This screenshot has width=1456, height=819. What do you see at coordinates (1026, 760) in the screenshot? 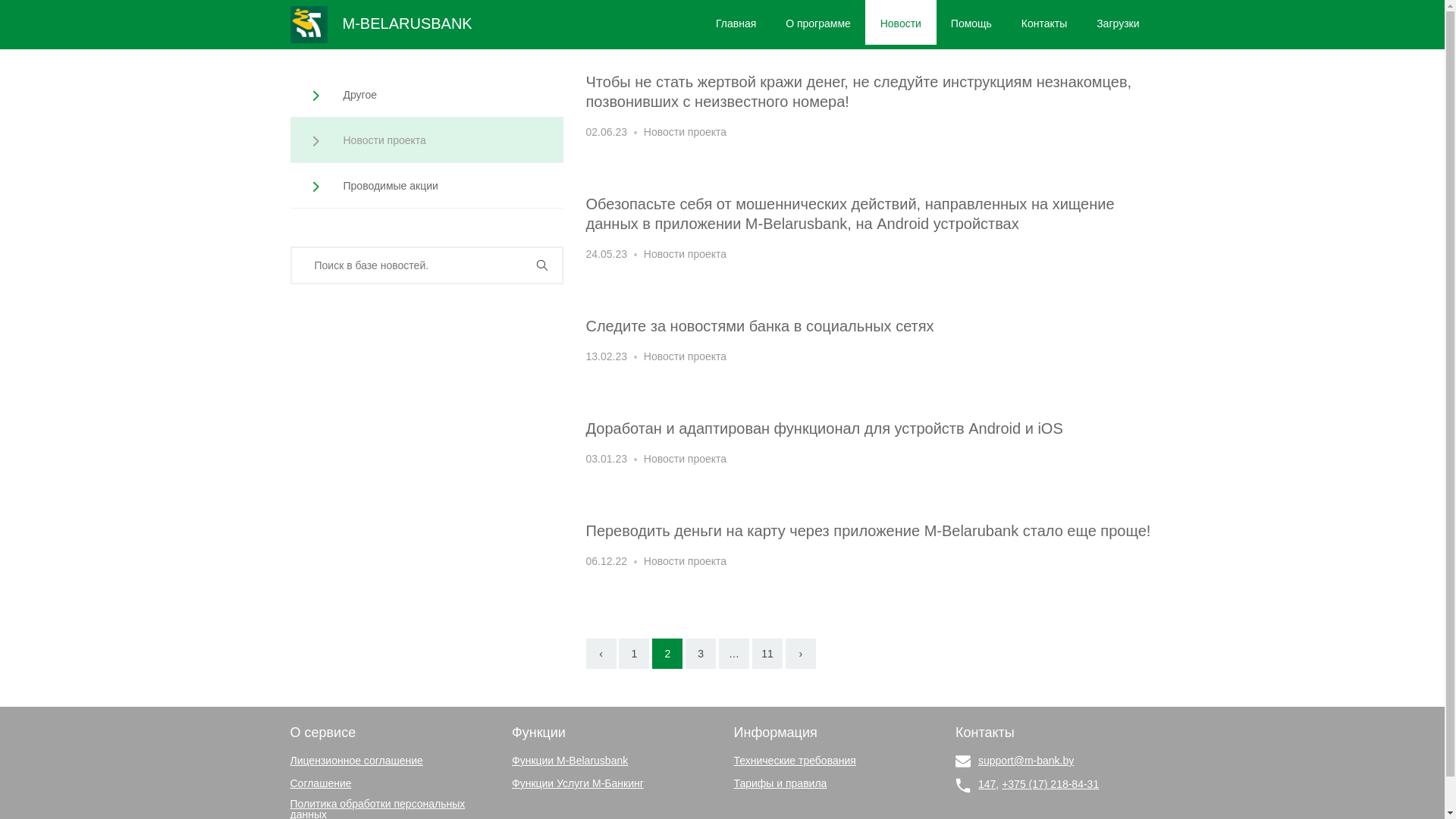
I see `'support@m-bank.by'` at bounding box center [1026, 760].